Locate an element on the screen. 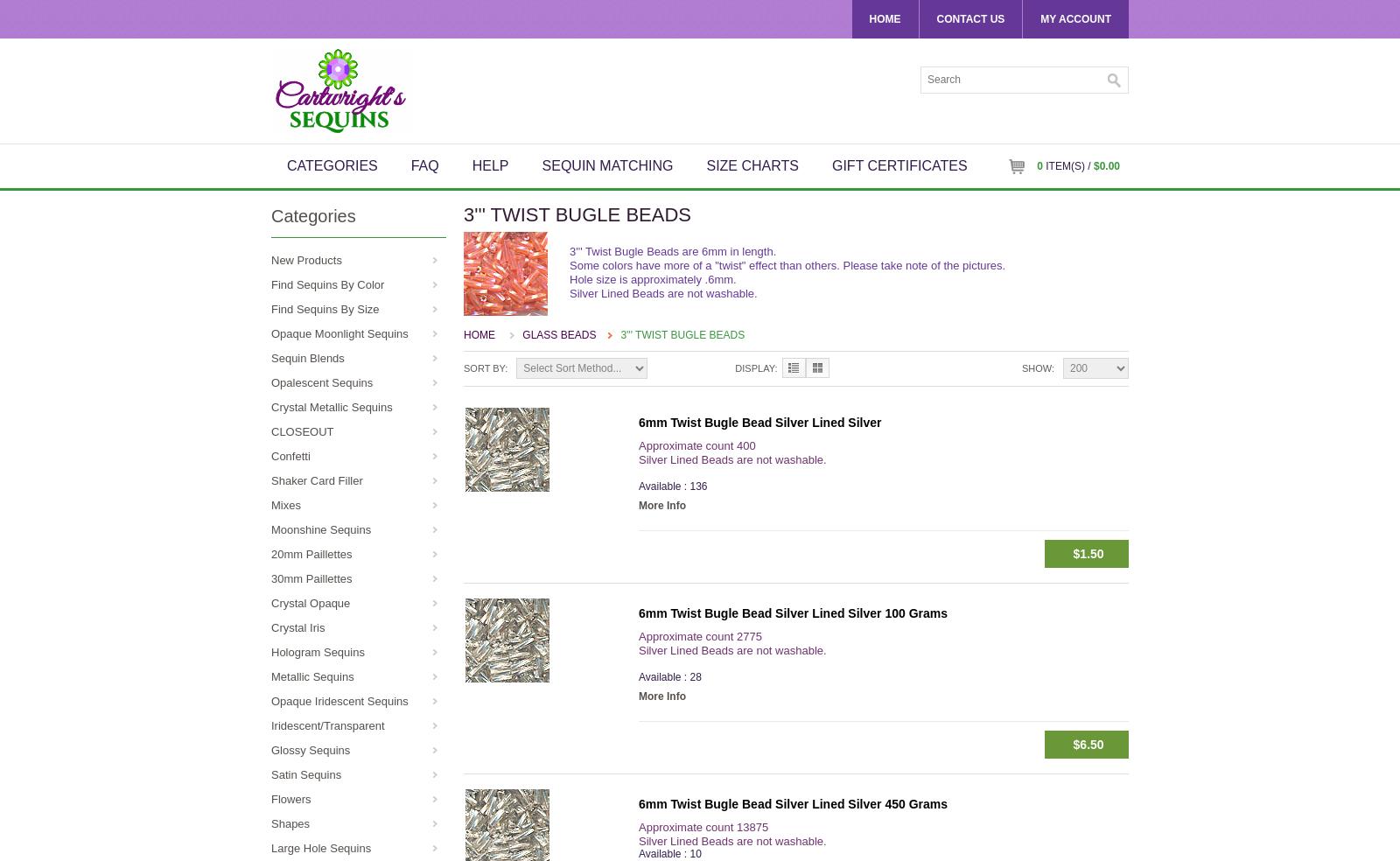 This screenshot has width=1400, height=861. 'Glossy Sequins' is located at coordinates (311, 749).